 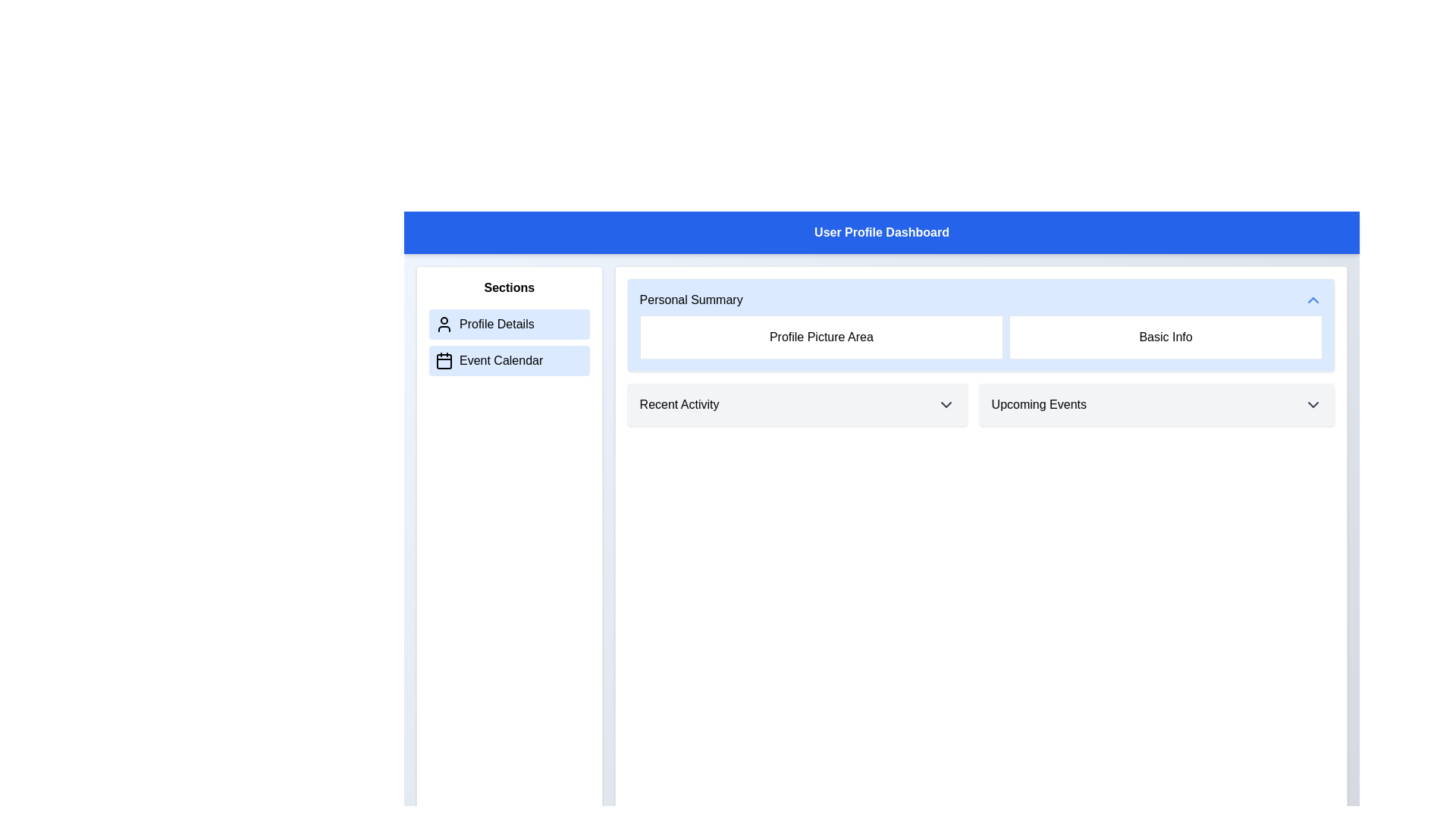 I want to click on the chevron icon located at the far right of the 'Recent Activity' section, so click(x=945, y=403).